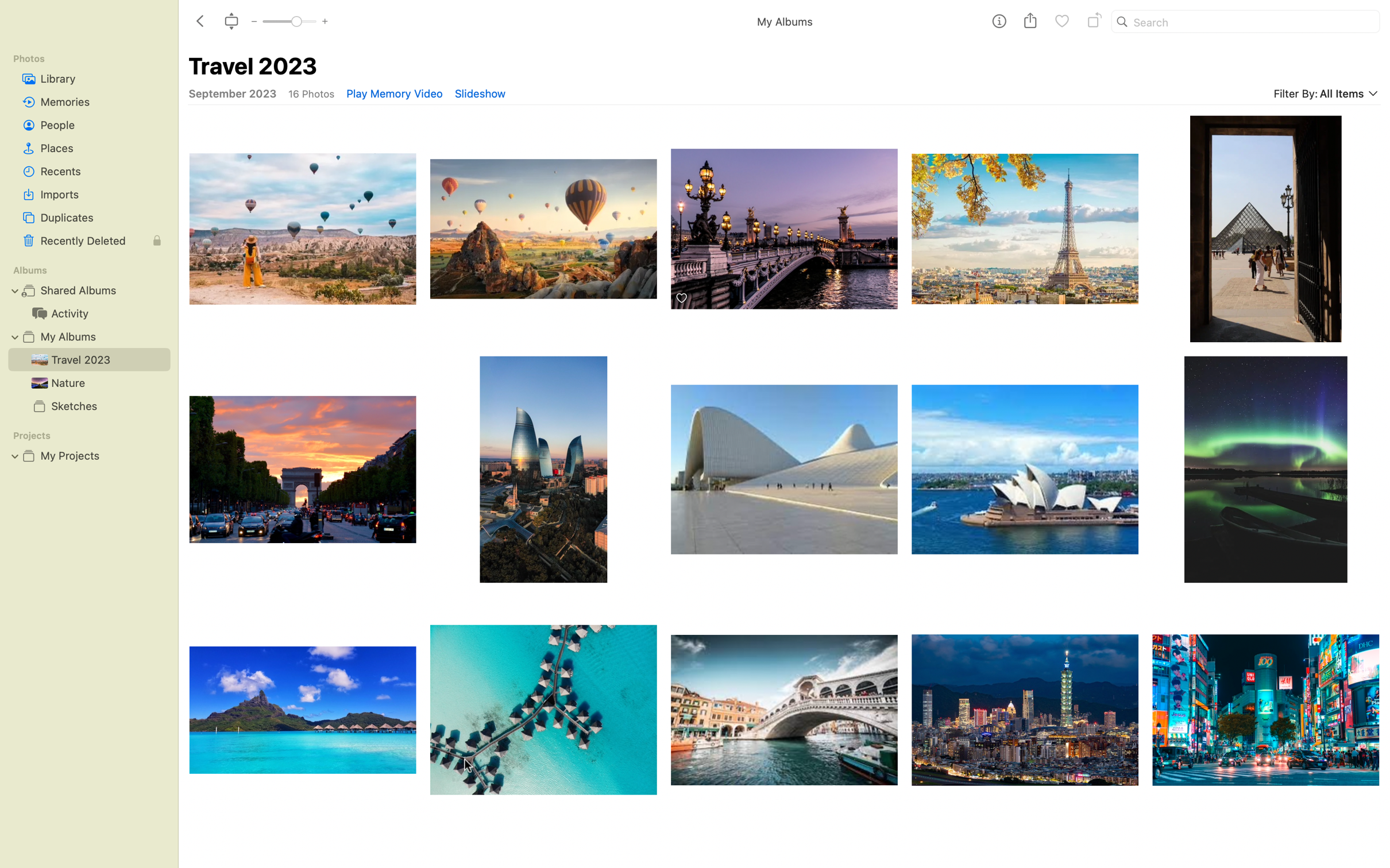 Image resolution: width=1390 pixels, height=868 pixels. What do you see at coordinates (543, 222) in the screenshot?
I see `Opt for the second picture showing hot air balloons` at bounding box center [543, 222].